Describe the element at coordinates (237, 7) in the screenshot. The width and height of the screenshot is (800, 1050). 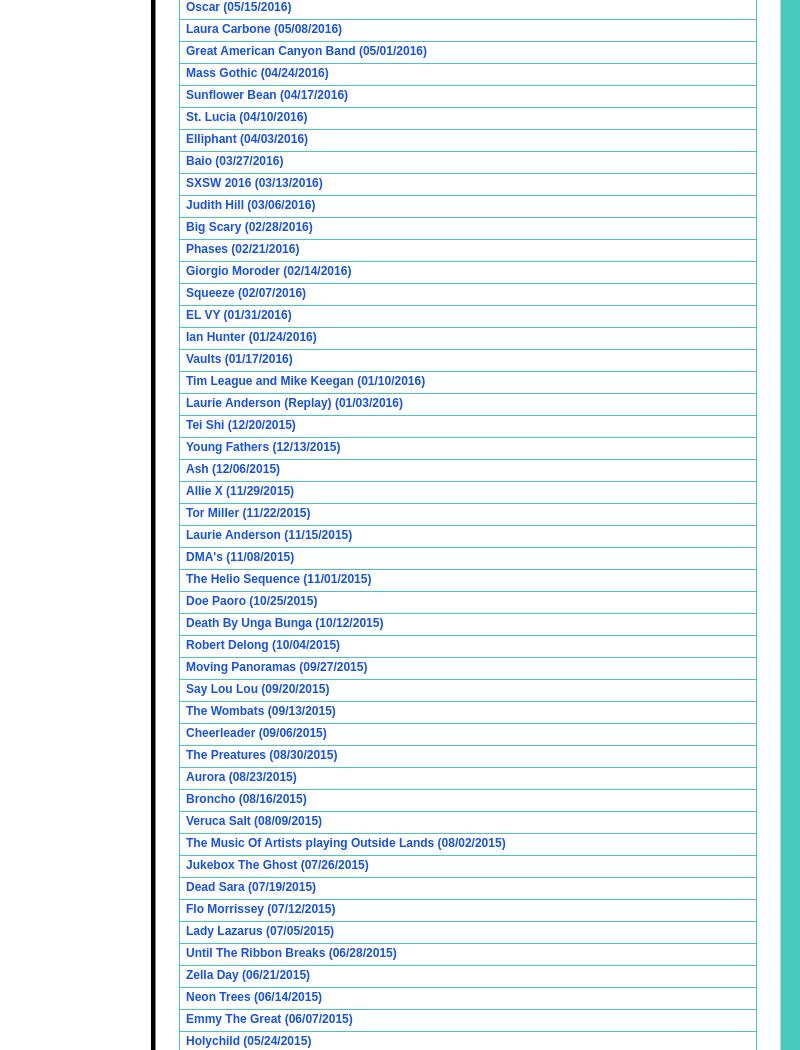
I see `'Oscar (05/15/2016)'` at that location.